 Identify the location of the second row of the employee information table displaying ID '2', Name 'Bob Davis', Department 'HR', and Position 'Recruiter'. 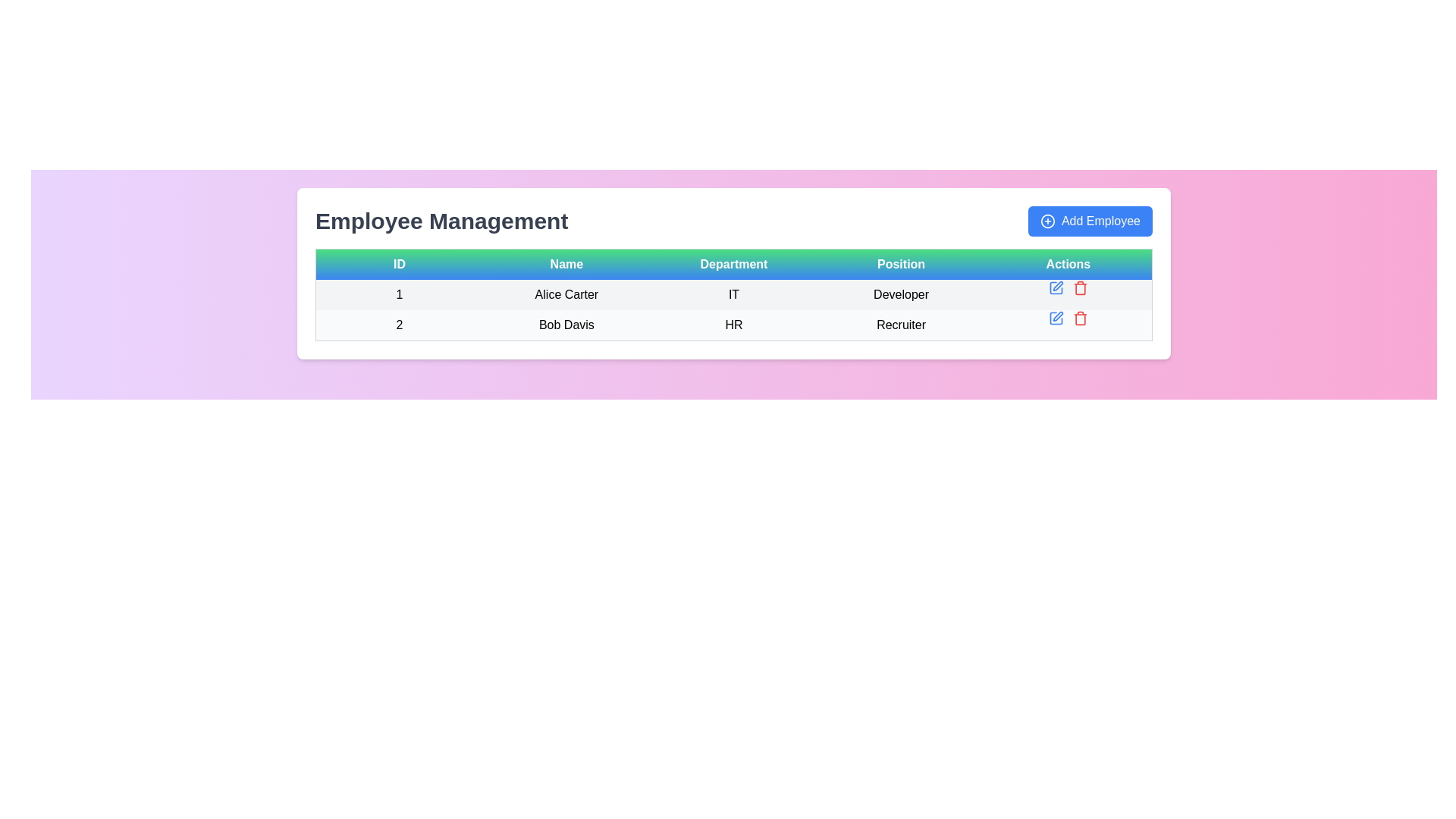
(734, 324).